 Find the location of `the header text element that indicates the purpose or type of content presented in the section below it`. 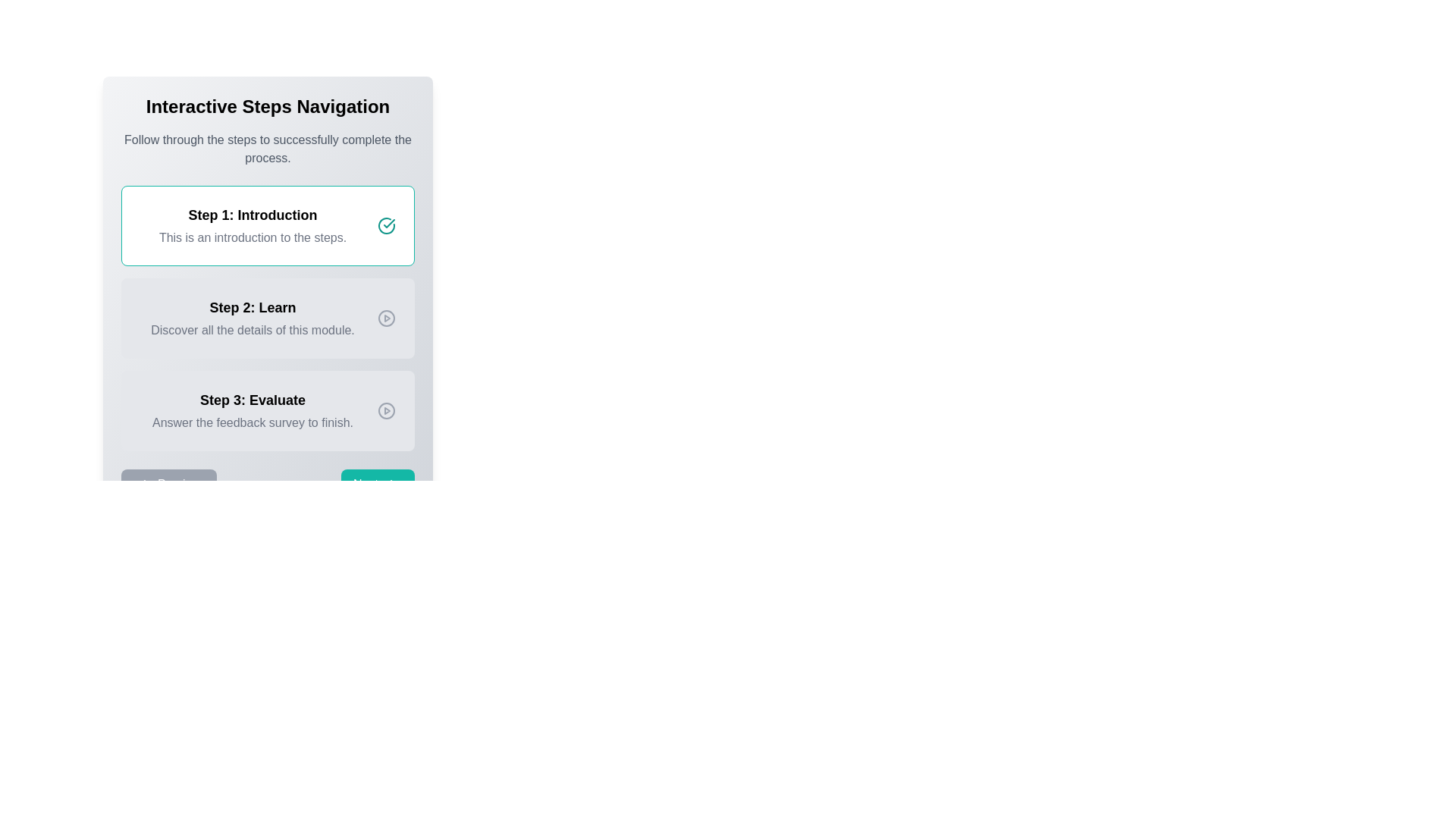

the header text element that indicates the purpose or type of content presented in the section below it is located at coordinates (268, 106).